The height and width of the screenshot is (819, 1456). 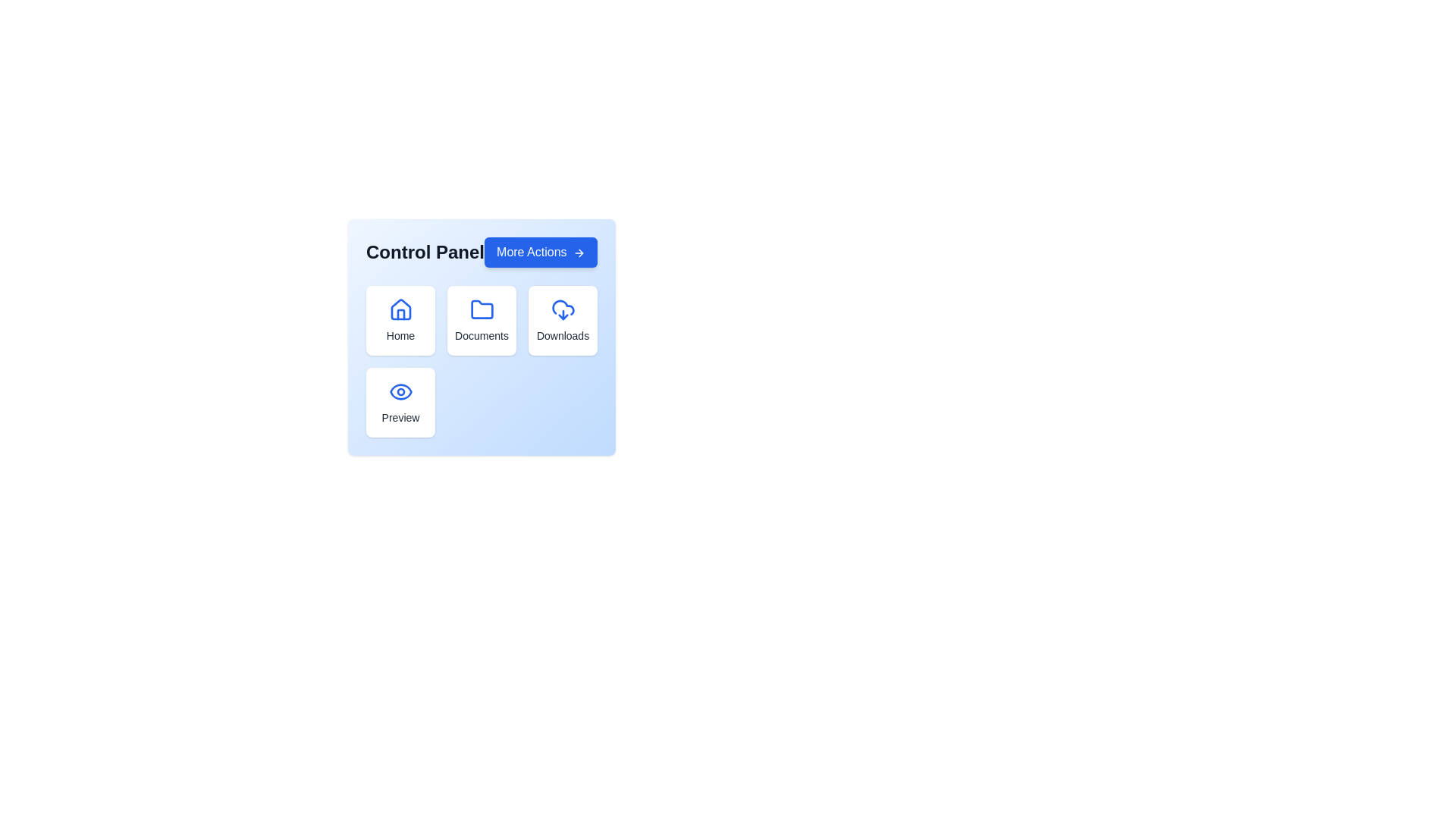 I want to click on the navigational button that directs to the 'Home' section, located in the top-left position of the grid layout, so click(x=400, y=320).